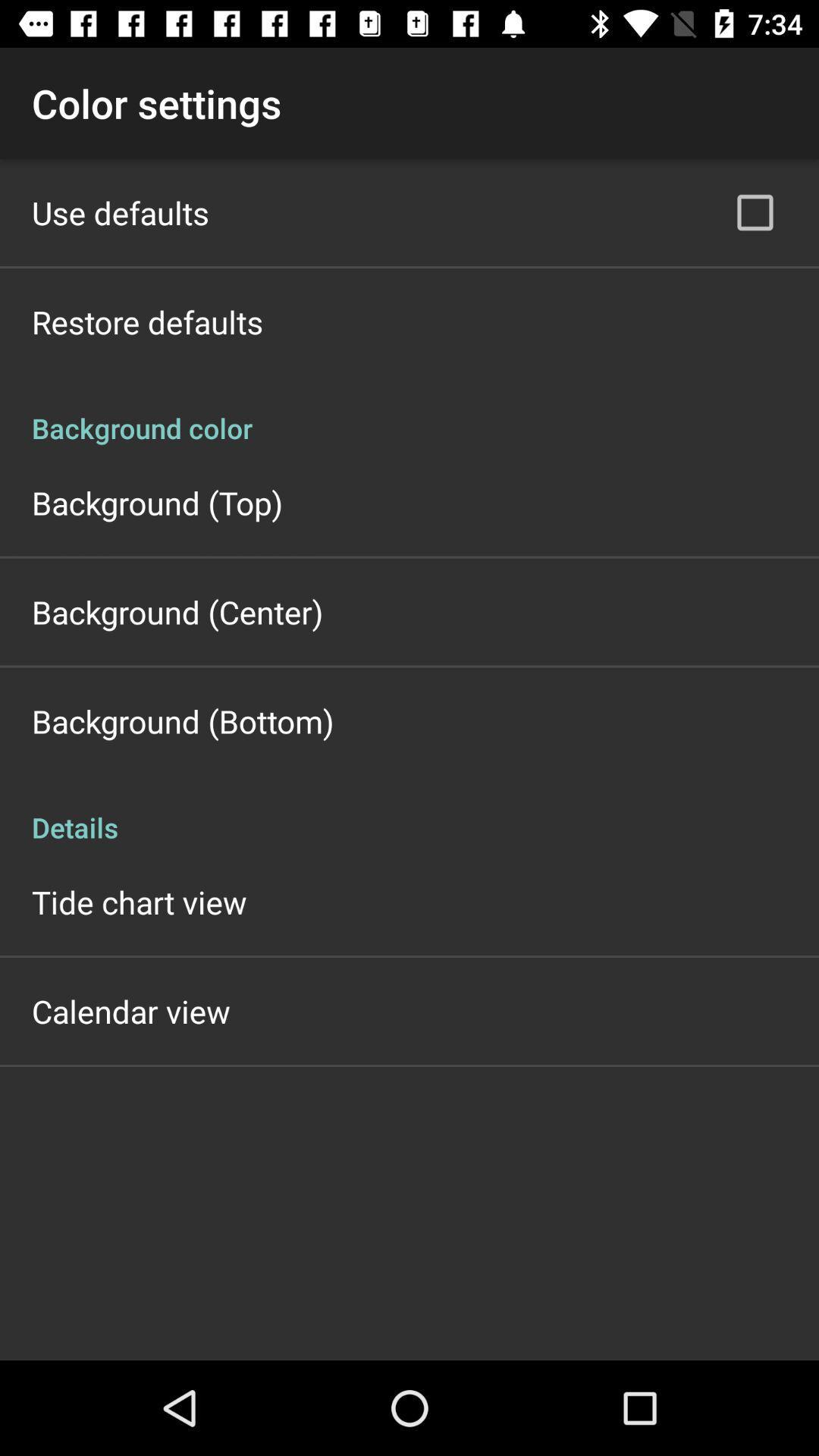  I want to click on the background (bottom) app, so click(182, 720).